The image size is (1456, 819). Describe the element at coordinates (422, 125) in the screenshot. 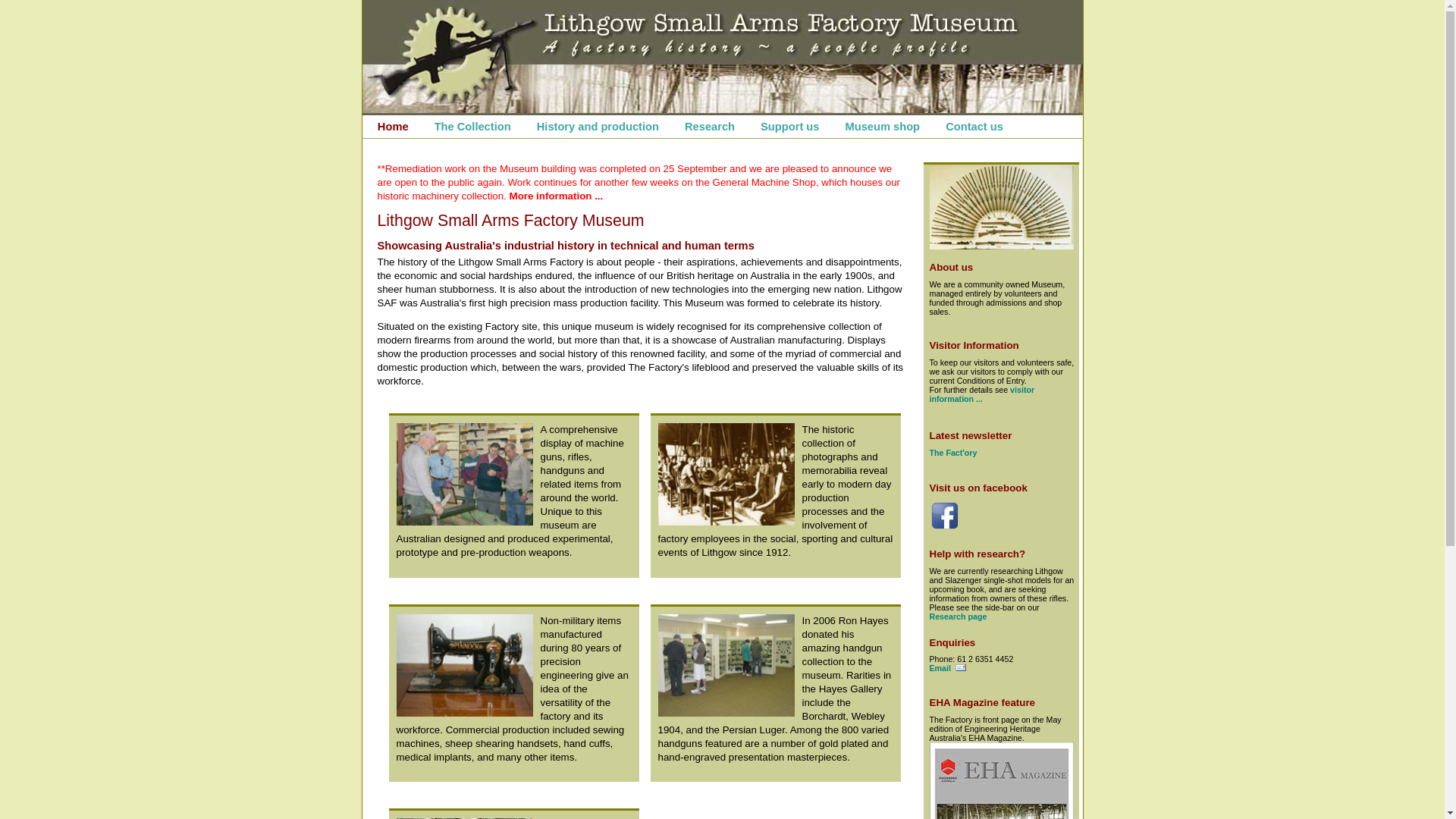

I see `'The Collection'` at that location.